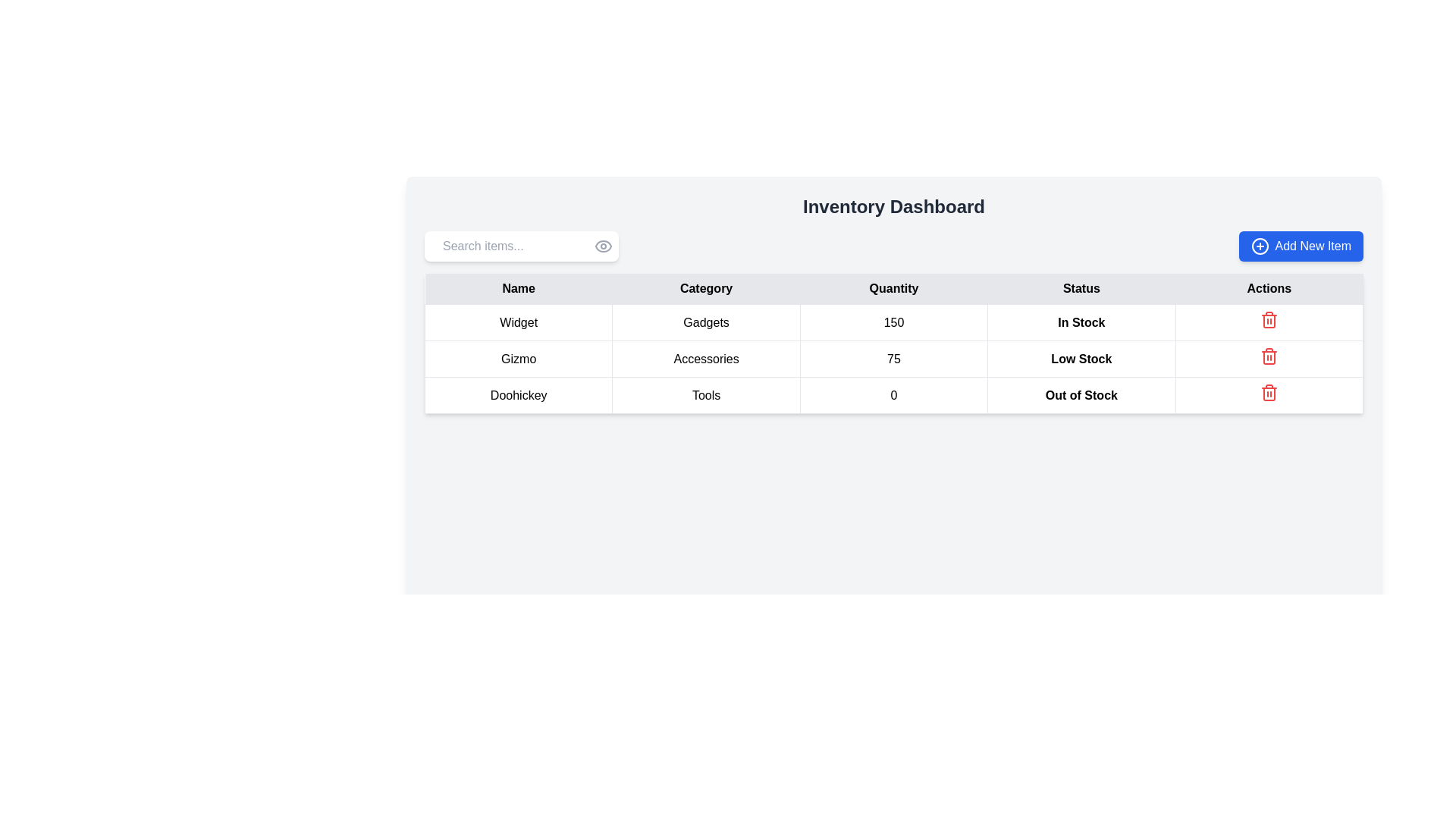  What do you see at coordinates (705, 394) in the screenshot?
I see `the text cell labeled 'Tools' located in the 'Category' column of the third row corresponding to the item 'Doohickey'` at bounding box center [705, 394].